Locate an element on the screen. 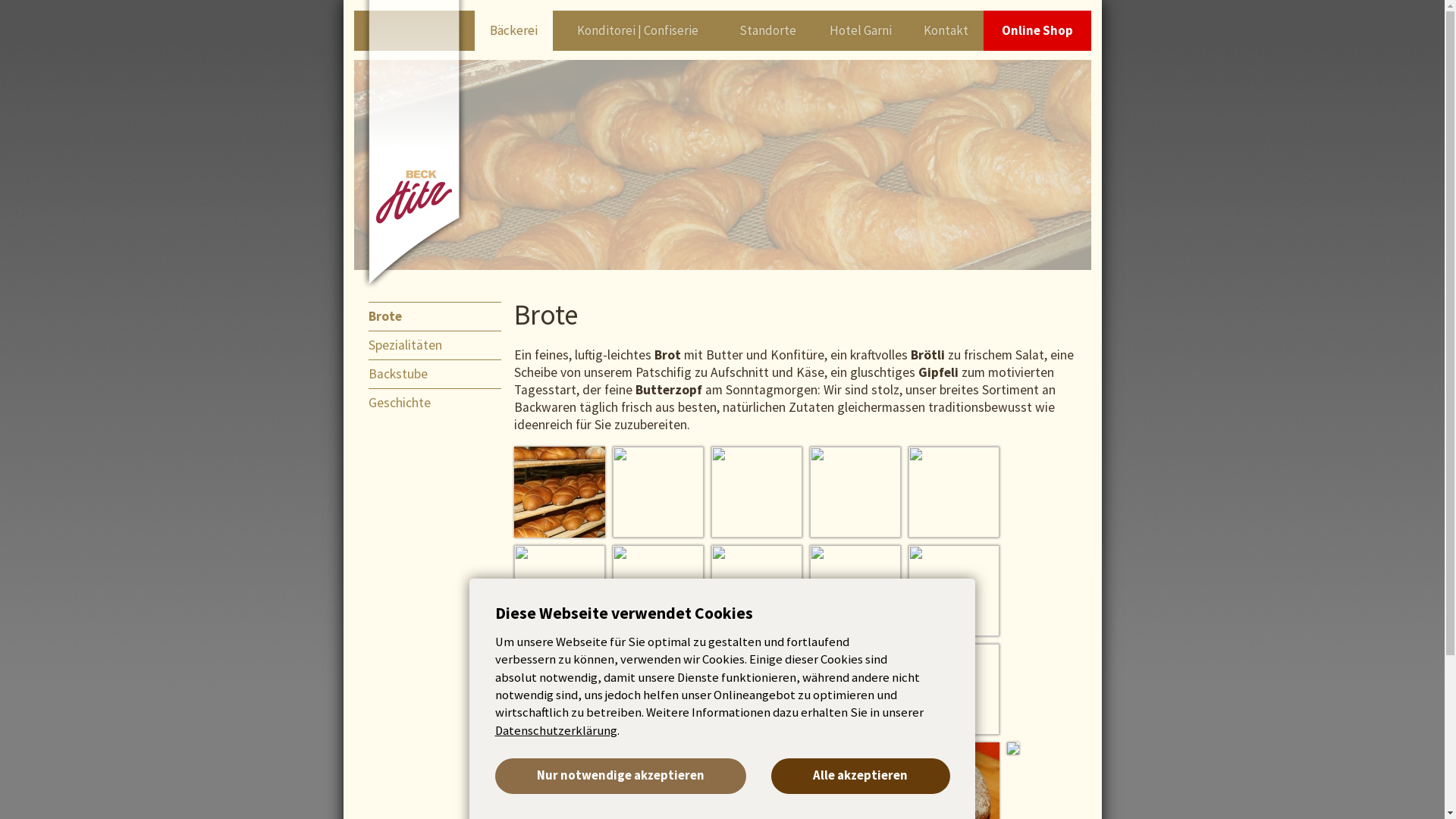 This screenshot has width=1456, height=819. 'Brote' is located at coordinates (441, 315).